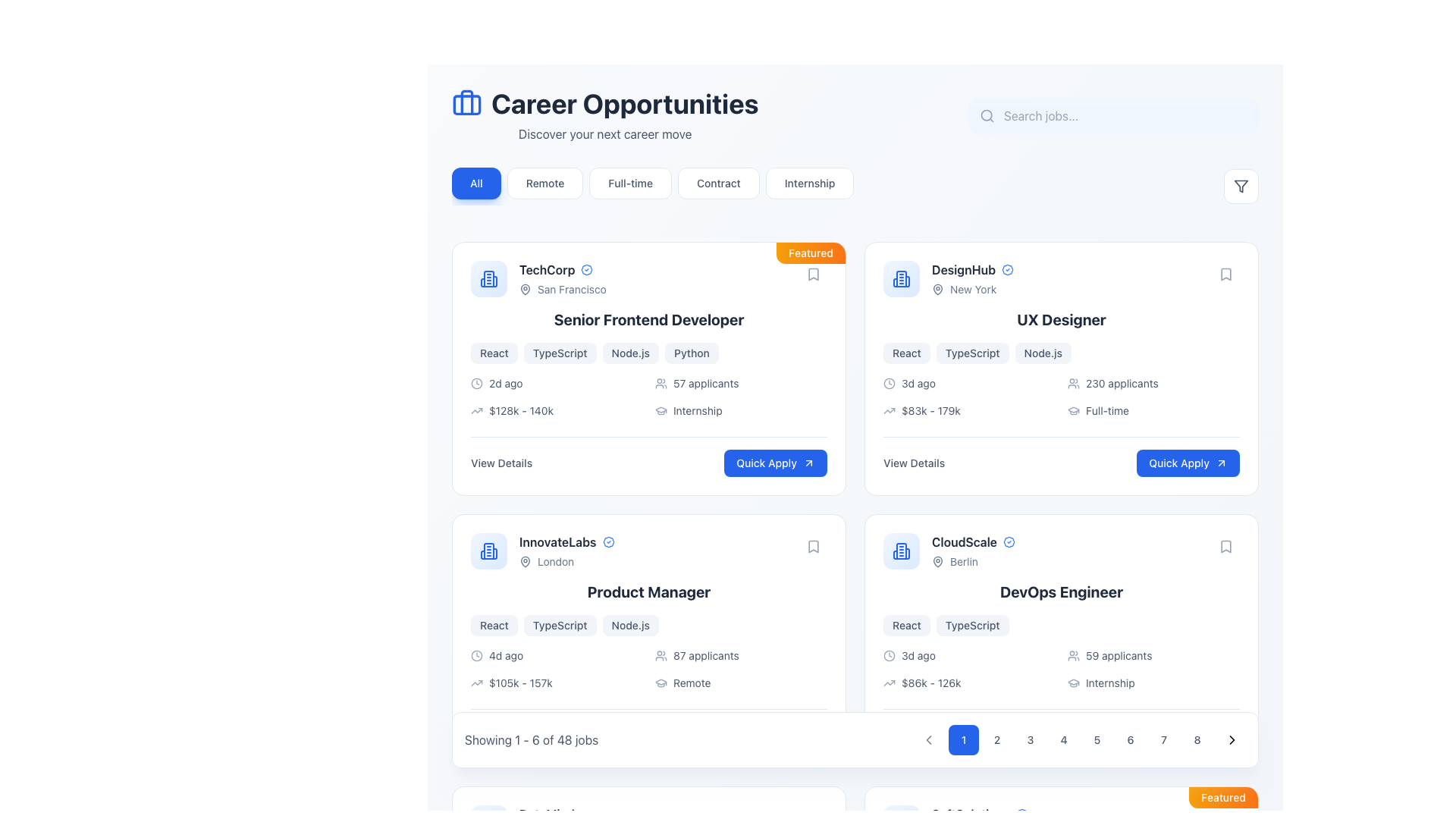 This screenshot has width=1456, height=819. What do you see at coordinates (889, 654) in the screenshot?
I see `the circular clock icon with an outlined design located in the '3d ago' section, to the left of the text content for the 'DevOps Engineer' job post at 'CloudScale'` at bounding box center [889, 654].